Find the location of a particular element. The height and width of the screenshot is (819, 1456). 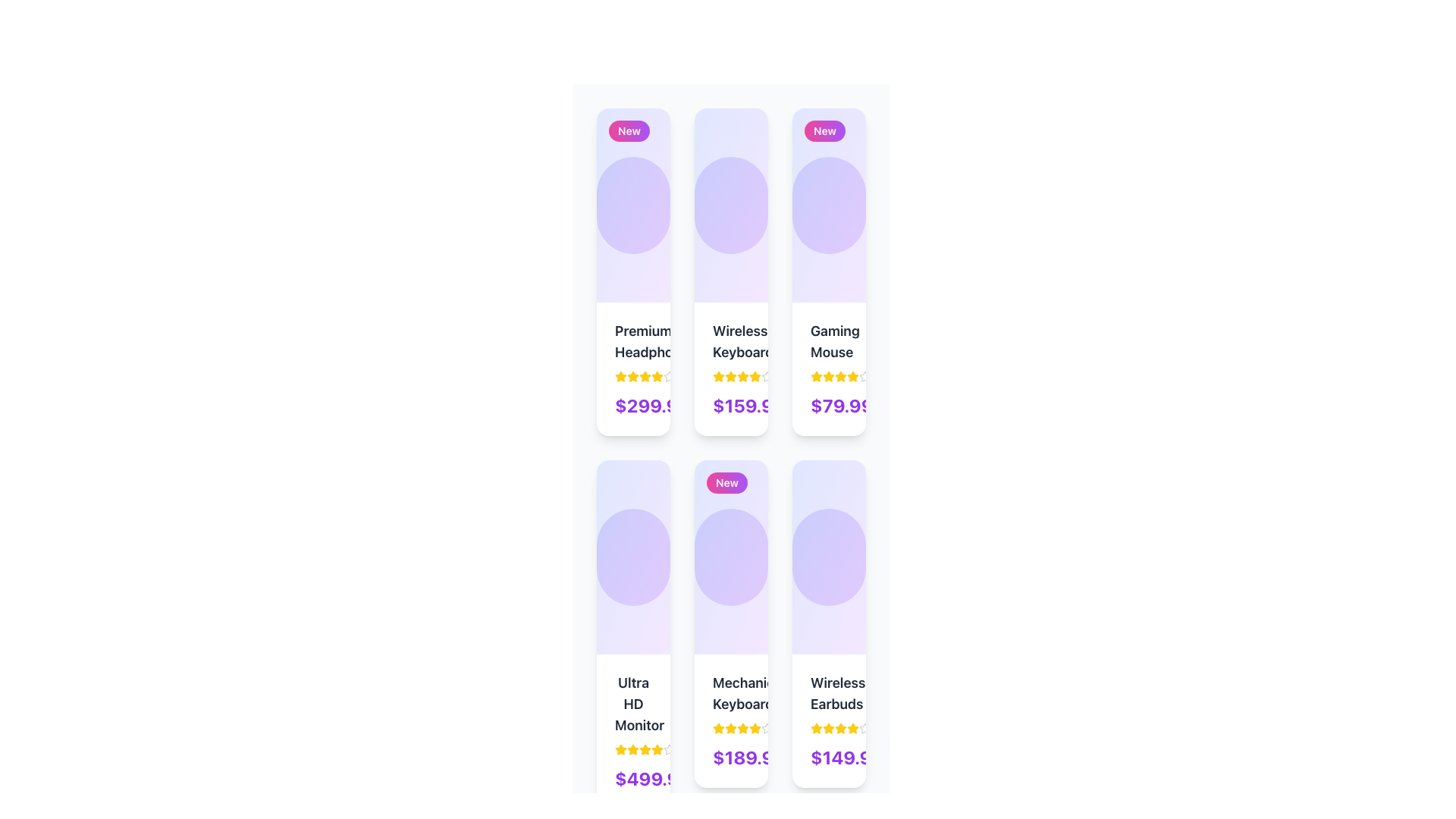

the static text element displaying the price value '$159.99', which is located in the second card of the top row, below the star rating component is located at coordinates (748, 405).